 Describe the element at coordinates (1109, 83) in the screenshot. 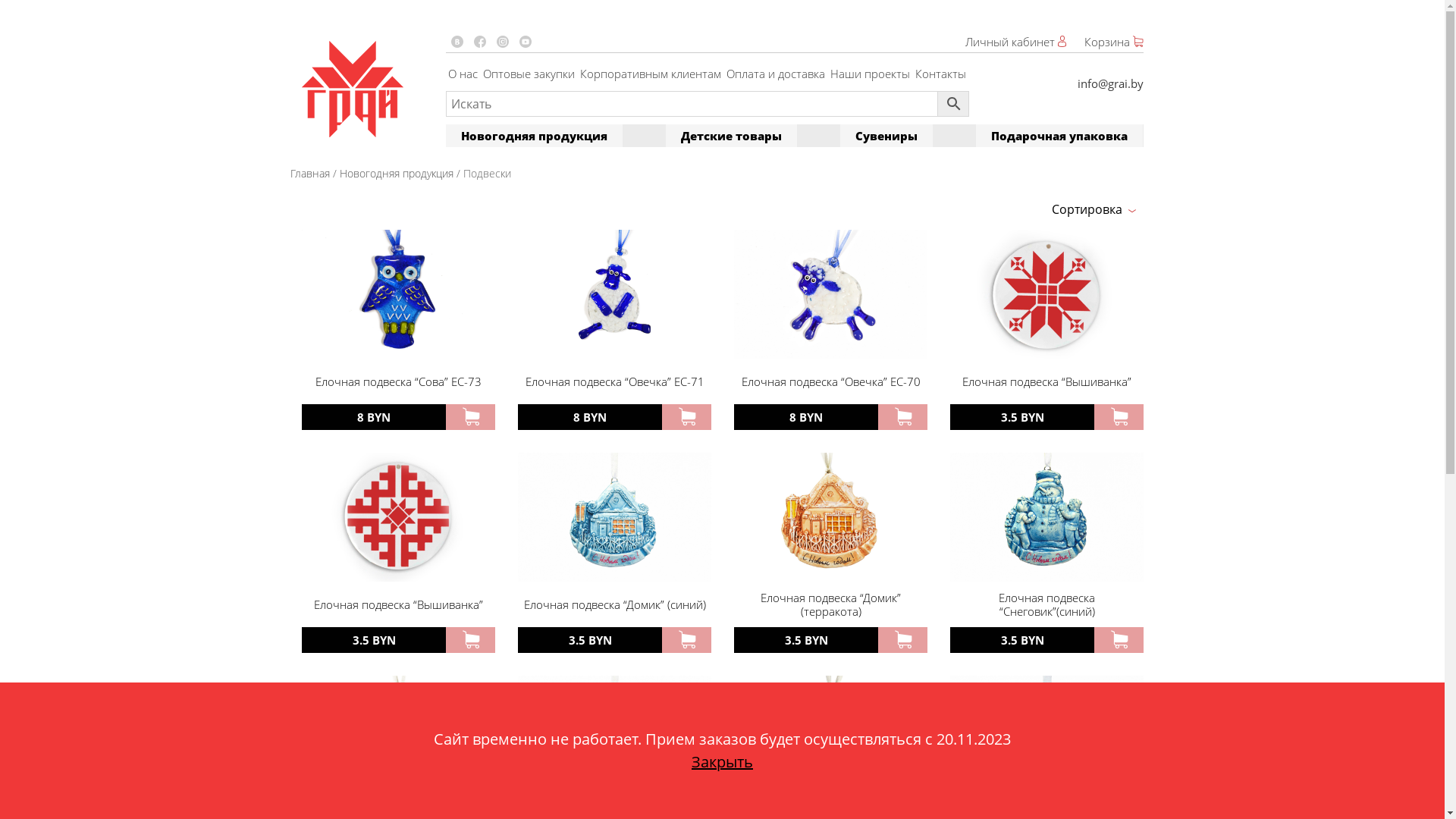

I see `'info@grai.by'` at that location.